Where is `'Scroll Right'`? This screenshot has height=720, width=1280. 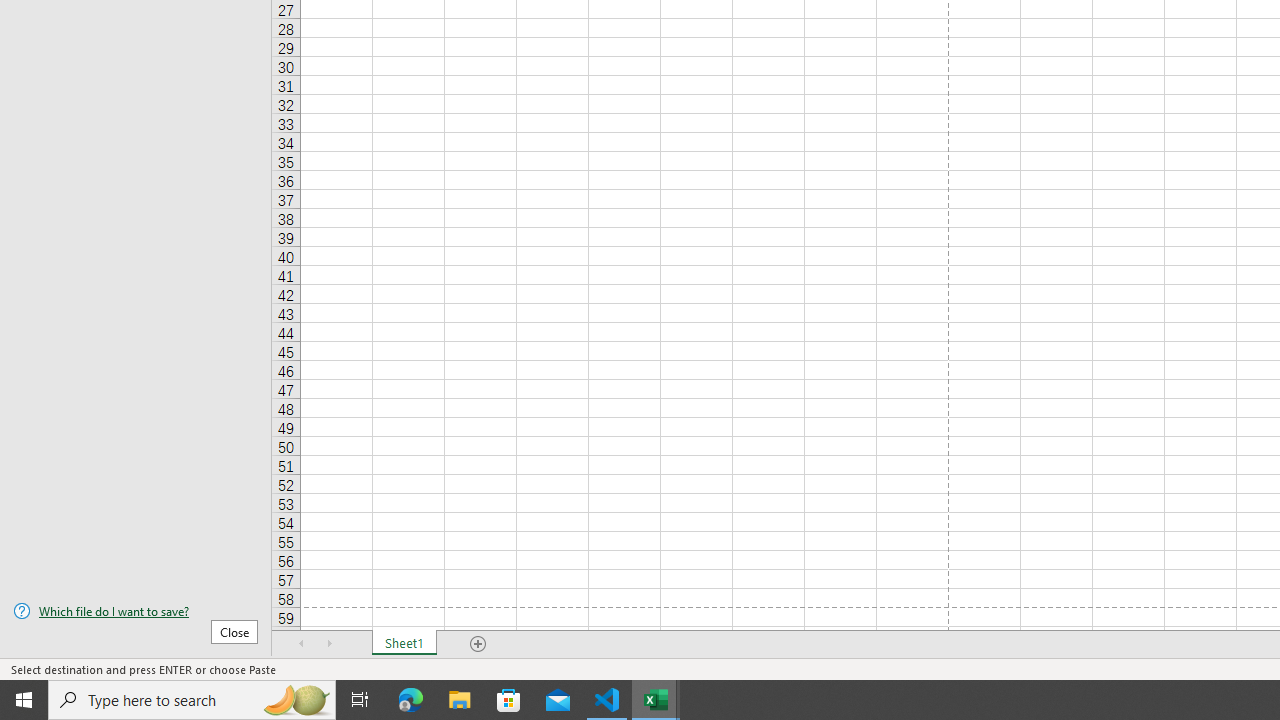
'Scroll Right' is located at coordinates (330, 644).